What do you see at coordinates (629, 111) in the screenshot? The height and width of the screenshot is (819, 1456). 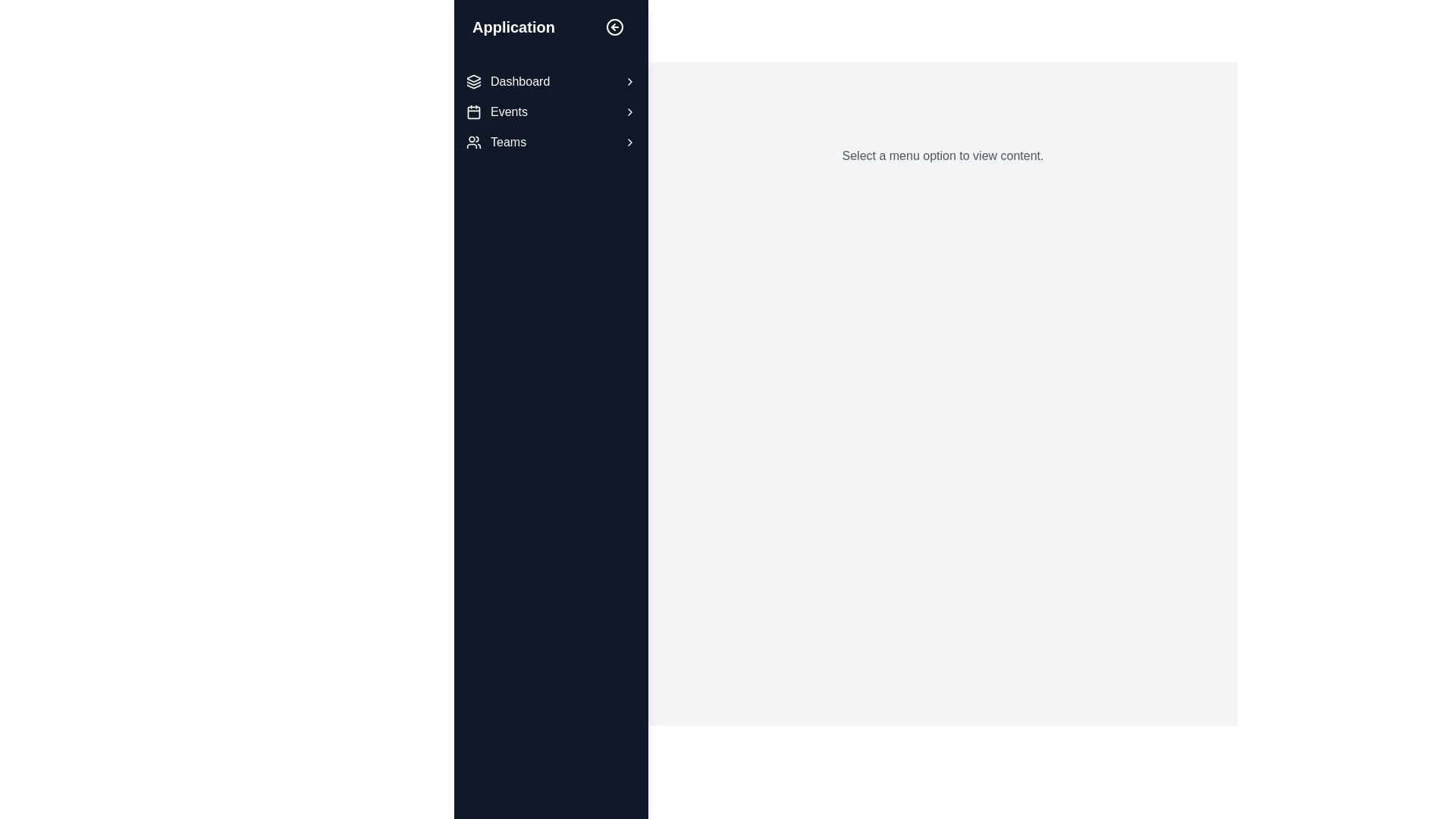 I see `the icon located to the right of the 'Events' label in the sidebar menu` at bounding box center [629, 111].